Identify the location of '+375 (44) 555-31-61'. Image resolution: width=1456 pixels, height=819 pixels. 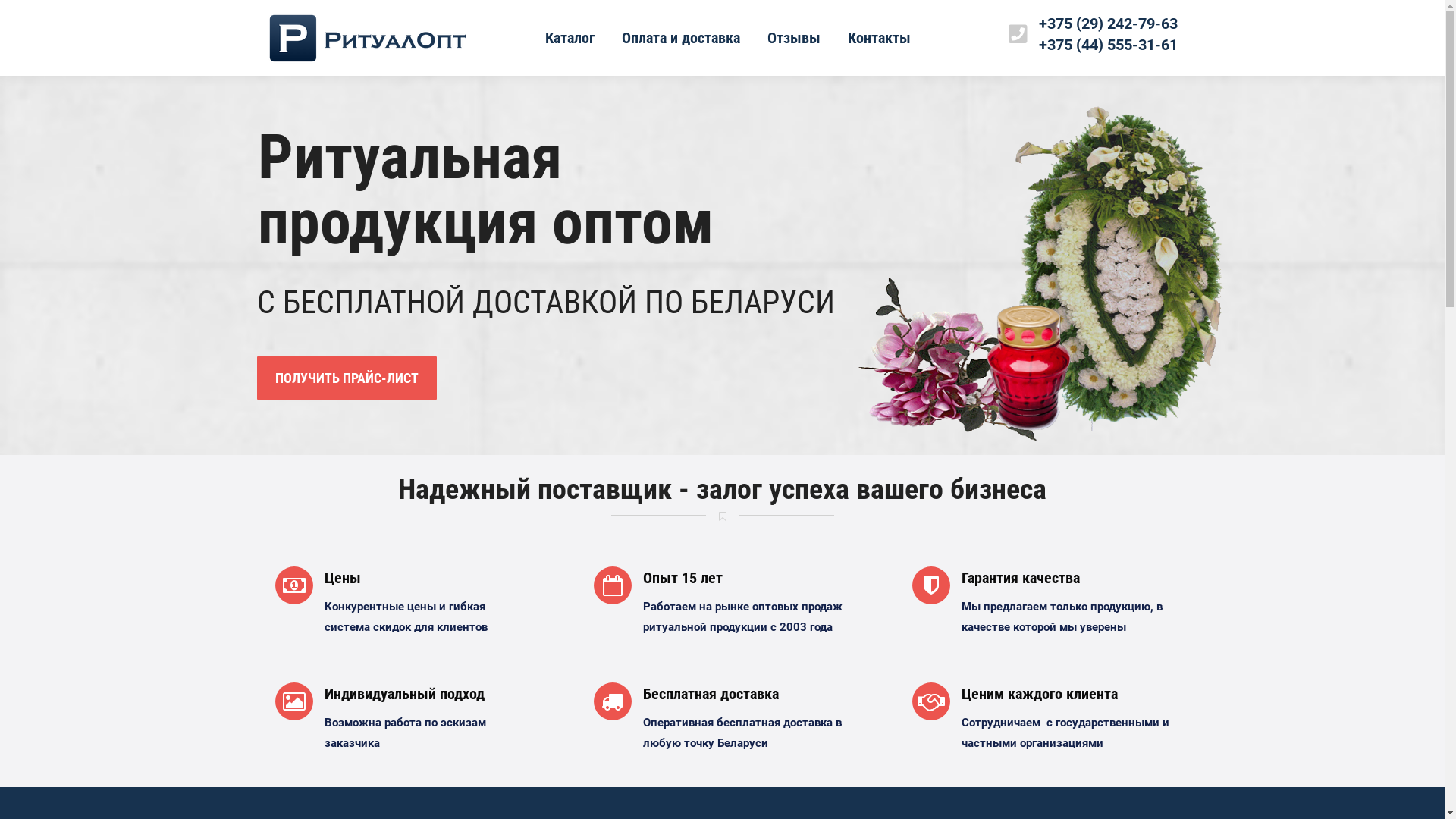
(1108, 43).